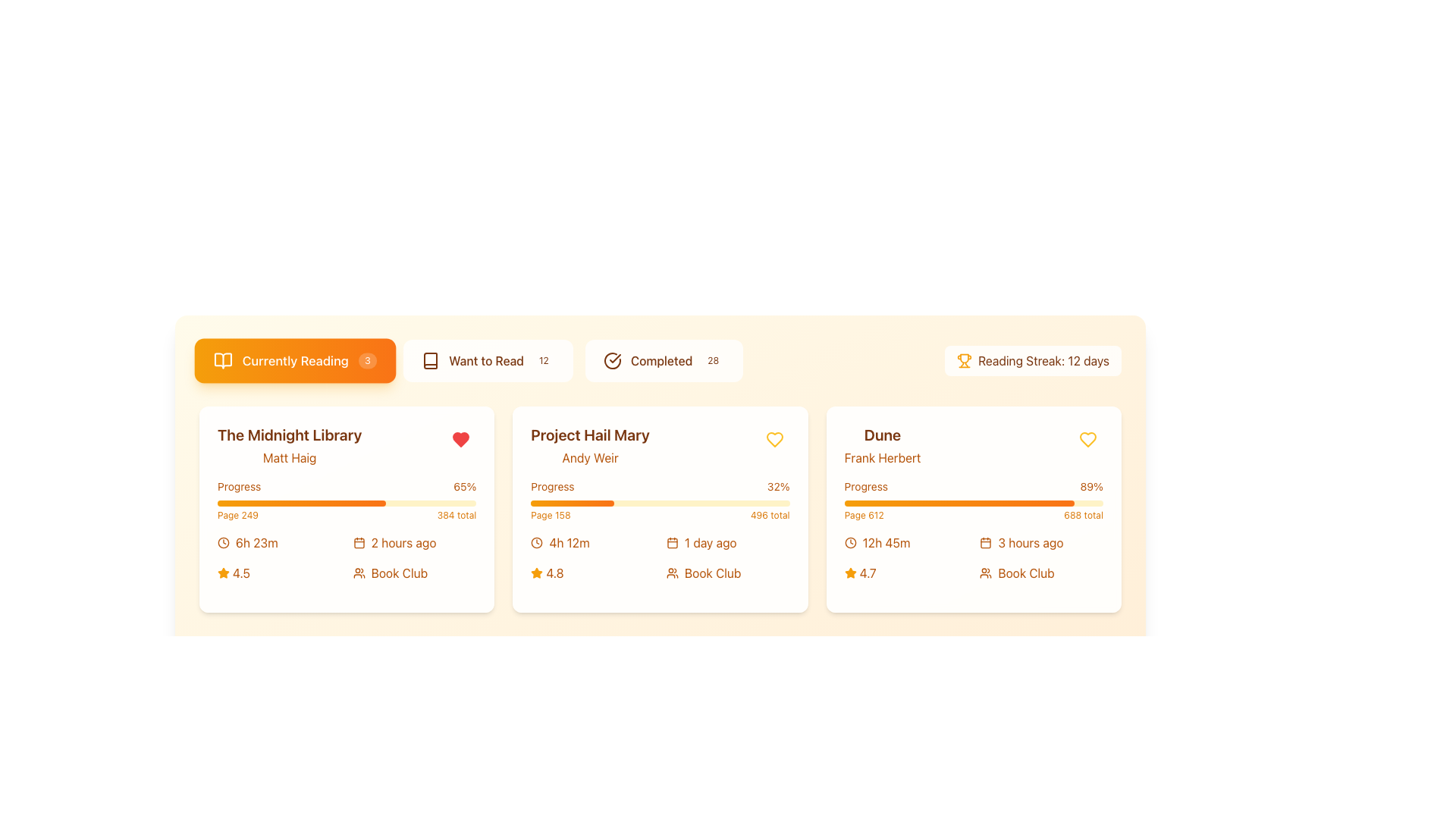 This screenshot has width=1456, height=819. What do you see at coordinates (728, 542) in the screenshot?
I see `the label with a calendar icon that displays '1 day ago', located under the 'Project Hail Mary' heading in the right-hand card of the second row` at bounding box center [728, 542].